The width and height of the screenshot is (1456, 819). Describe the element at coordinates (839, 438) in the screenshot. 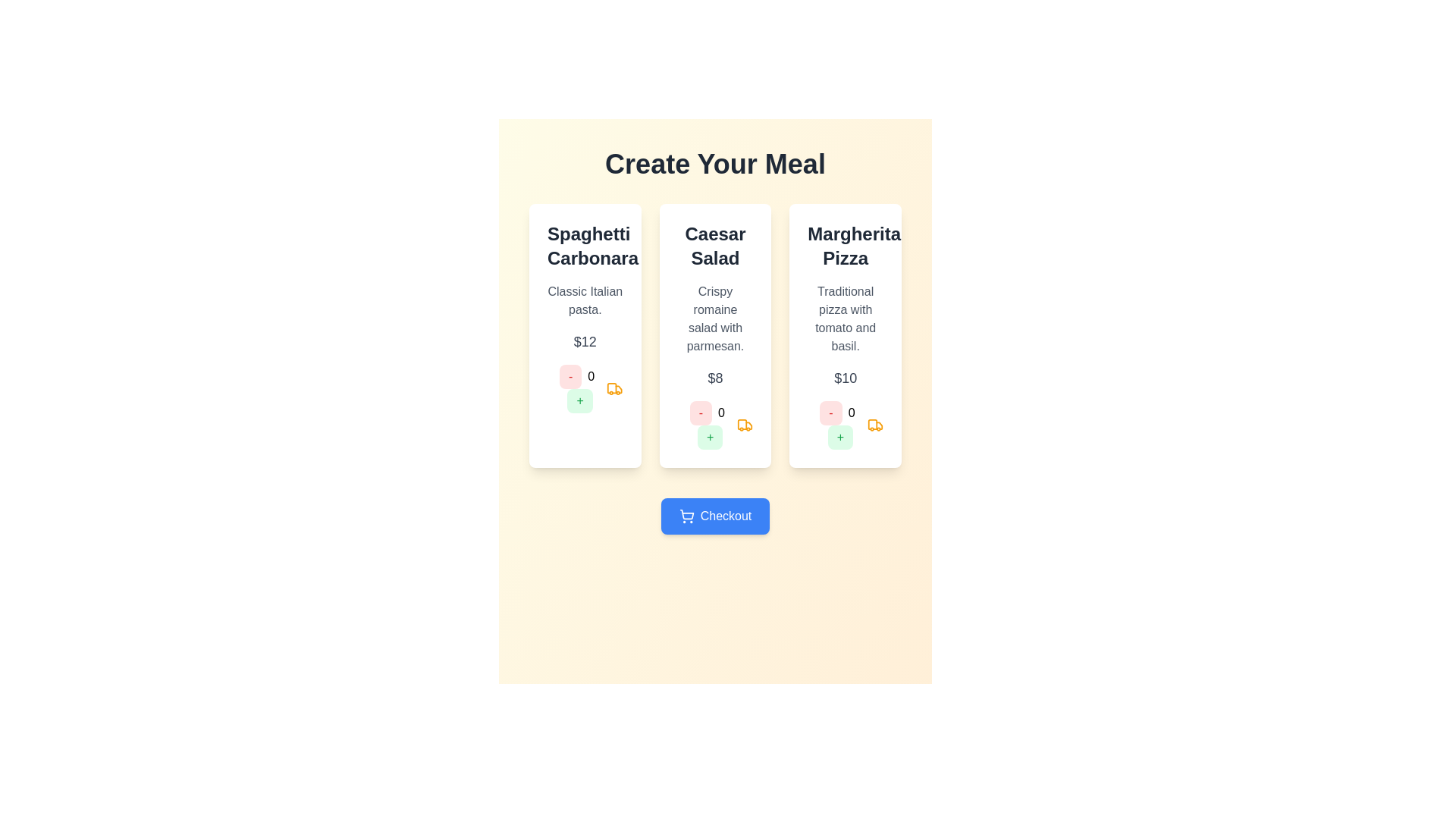

I see `the green '+' button located in the control set for 'Margherita Pizza'` at that location.